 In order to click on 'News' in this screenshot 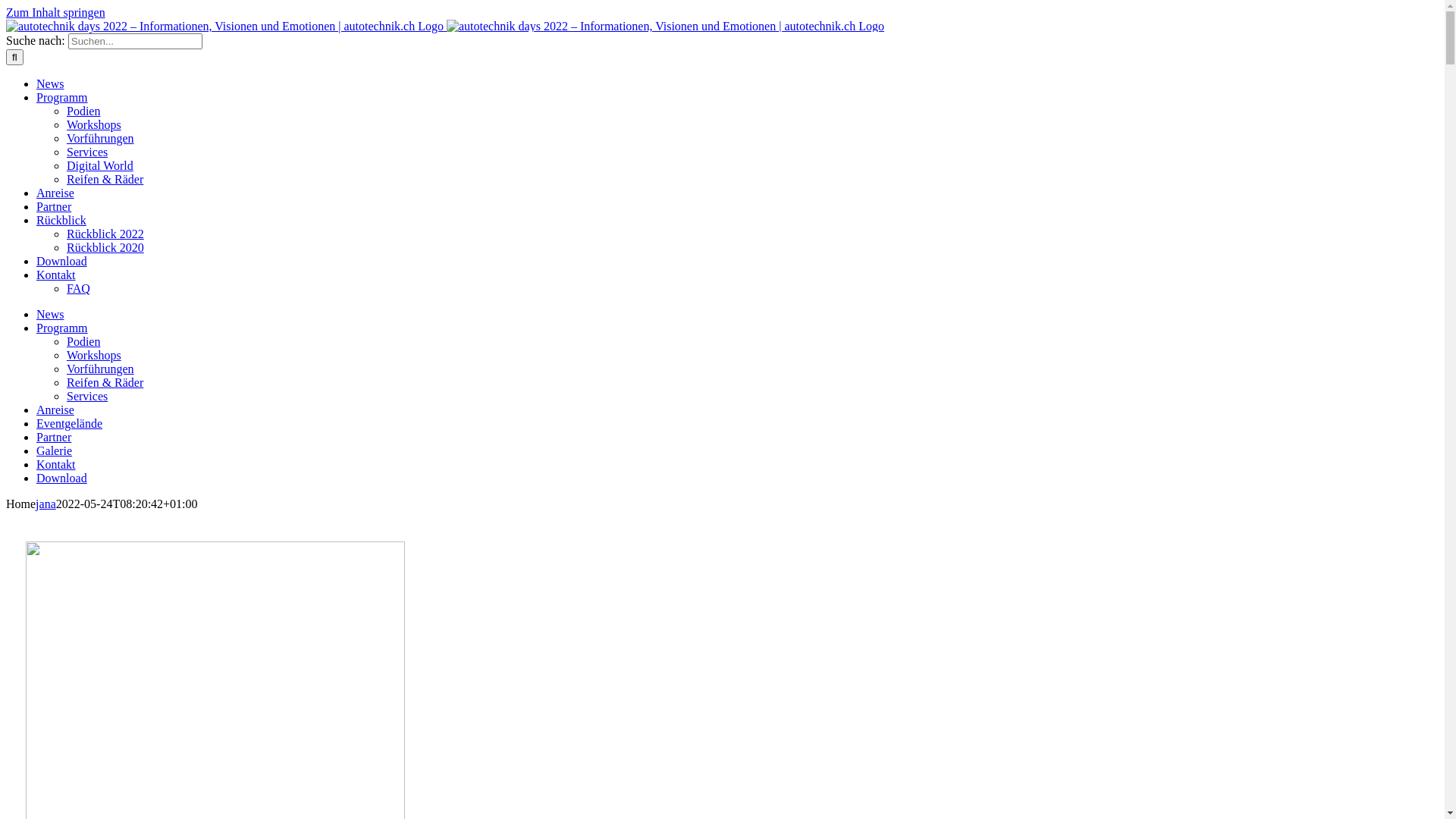, I will do `click(50, 83)`.